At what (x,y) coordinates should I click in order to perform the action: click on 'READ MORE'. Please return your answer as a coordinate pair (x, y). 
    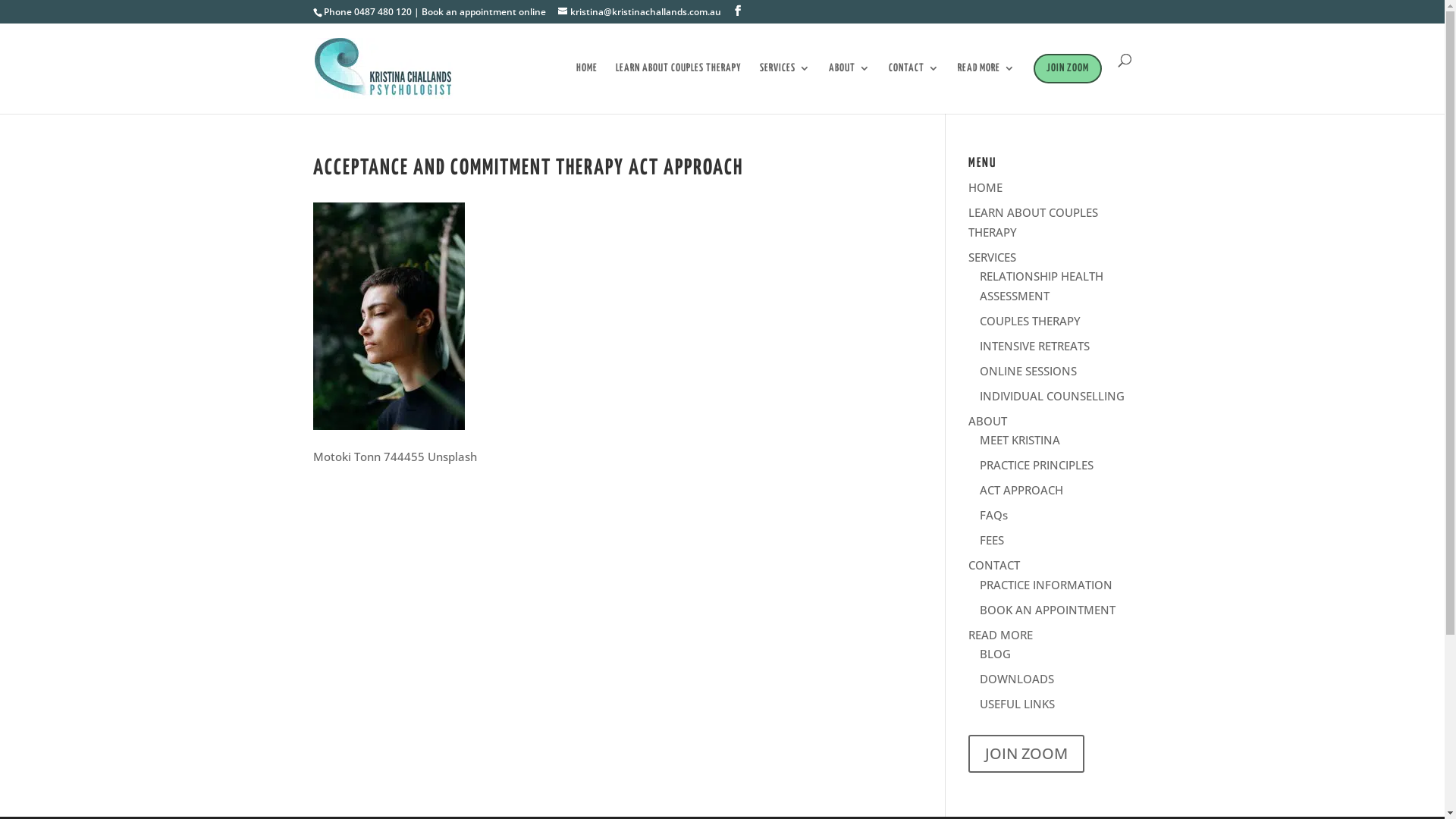
    Looking at the image, I should click on (1000, 634).